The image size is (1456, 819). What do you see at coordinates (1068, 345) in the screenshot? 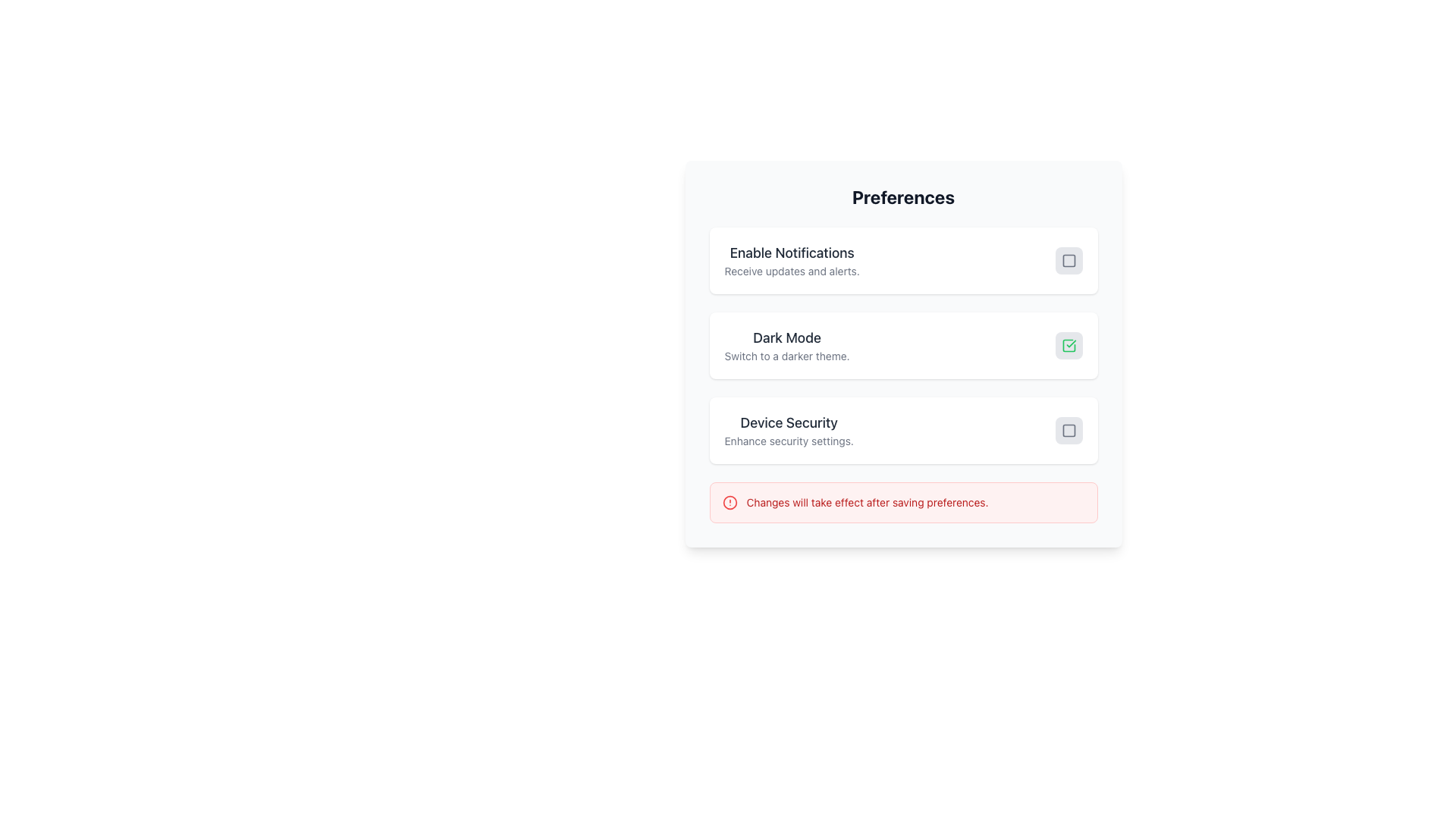
I see `the toggle button with a green checkmark inside a square` at bounding box center [1068, 345].